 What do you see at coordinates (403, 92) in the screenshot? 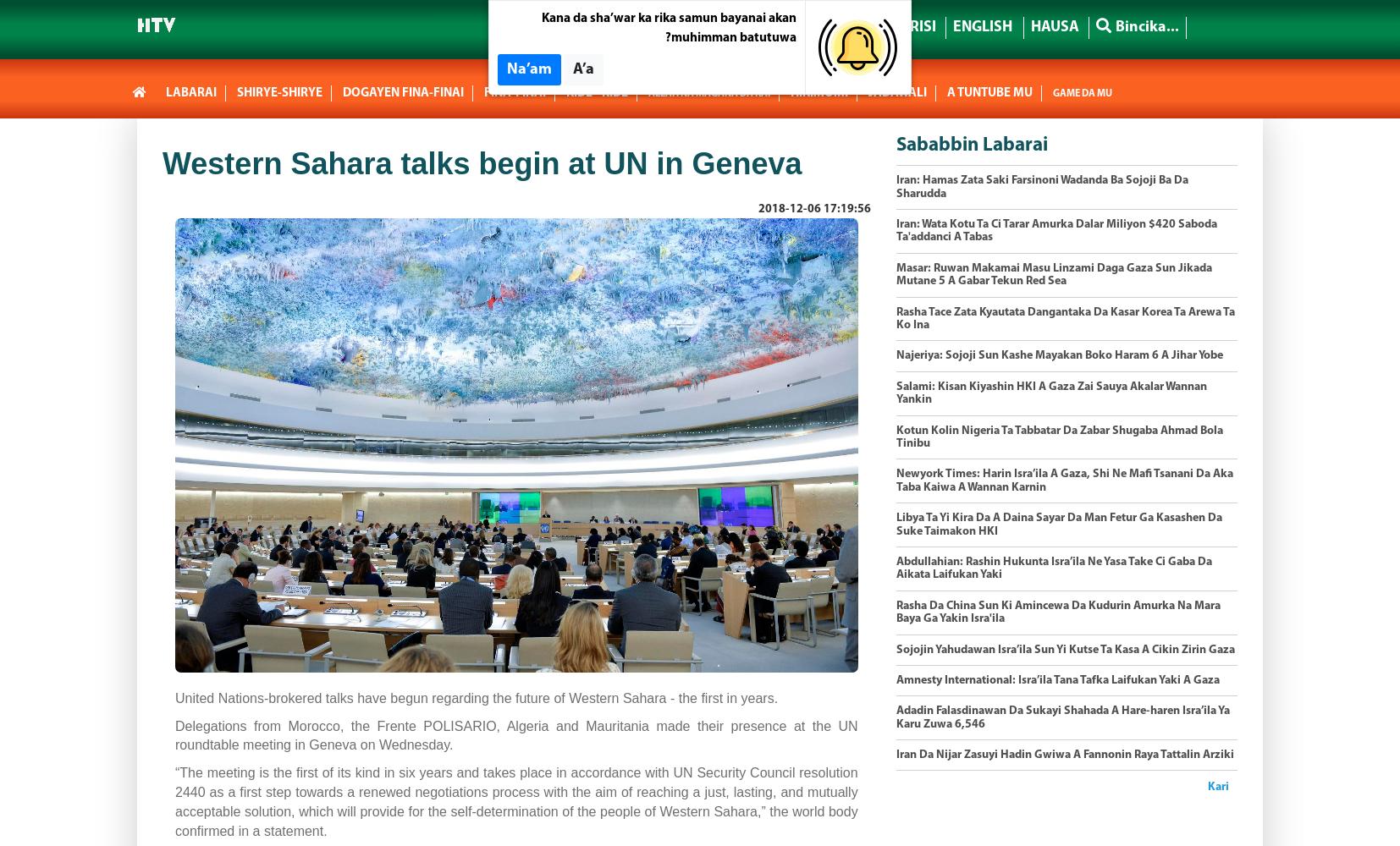
I see `'DOGAYEN FINA-FINAI'` at bounding box center [403, 92].